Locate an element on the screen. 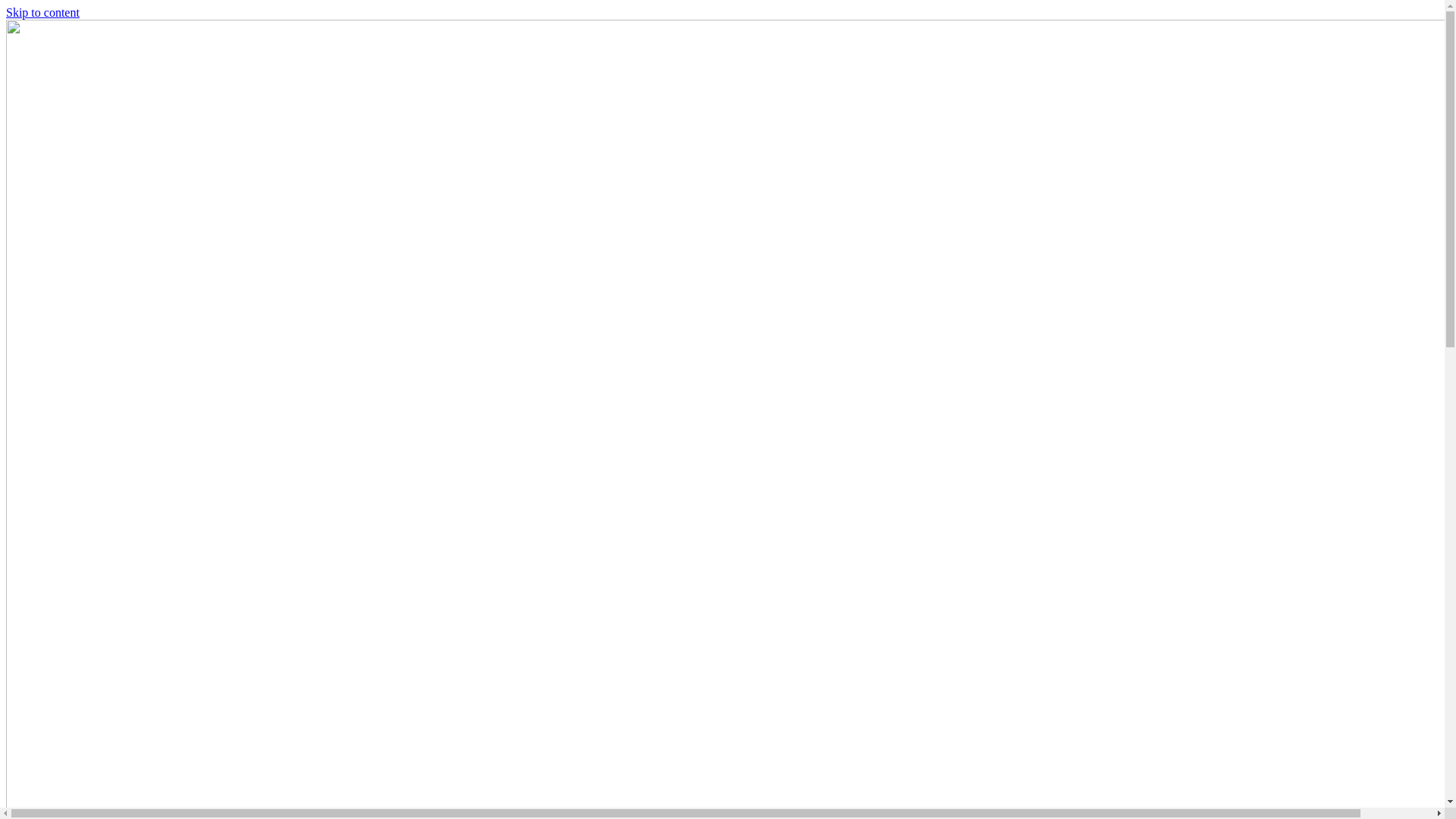 This screenshot has width=1456, height=819. 'Skip to content' is located at coordinates (42, 12).